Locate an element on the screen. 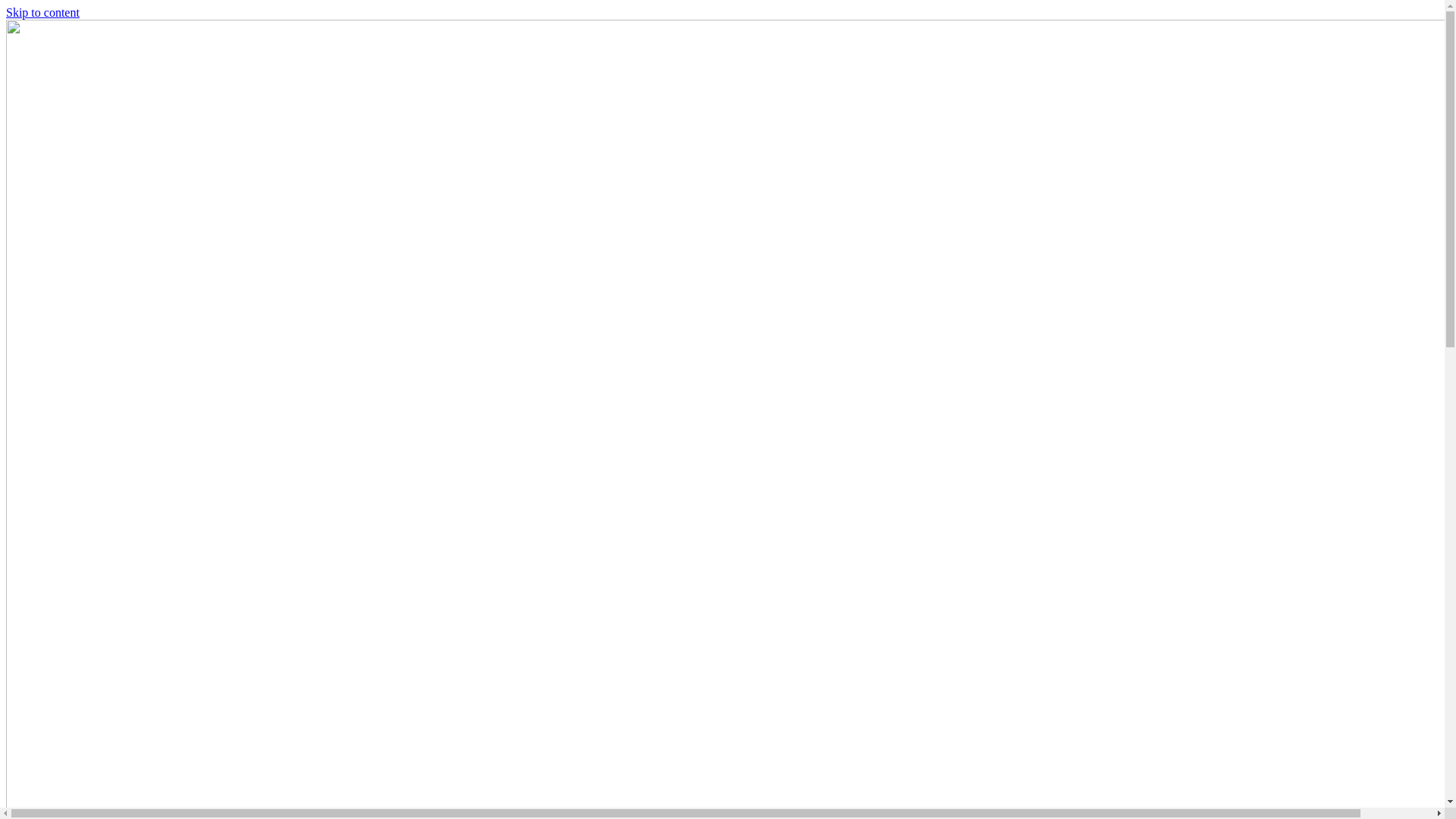 This screenshot has width=1456, height=819. 'Skip to content' is located at coordinates (42, 12).